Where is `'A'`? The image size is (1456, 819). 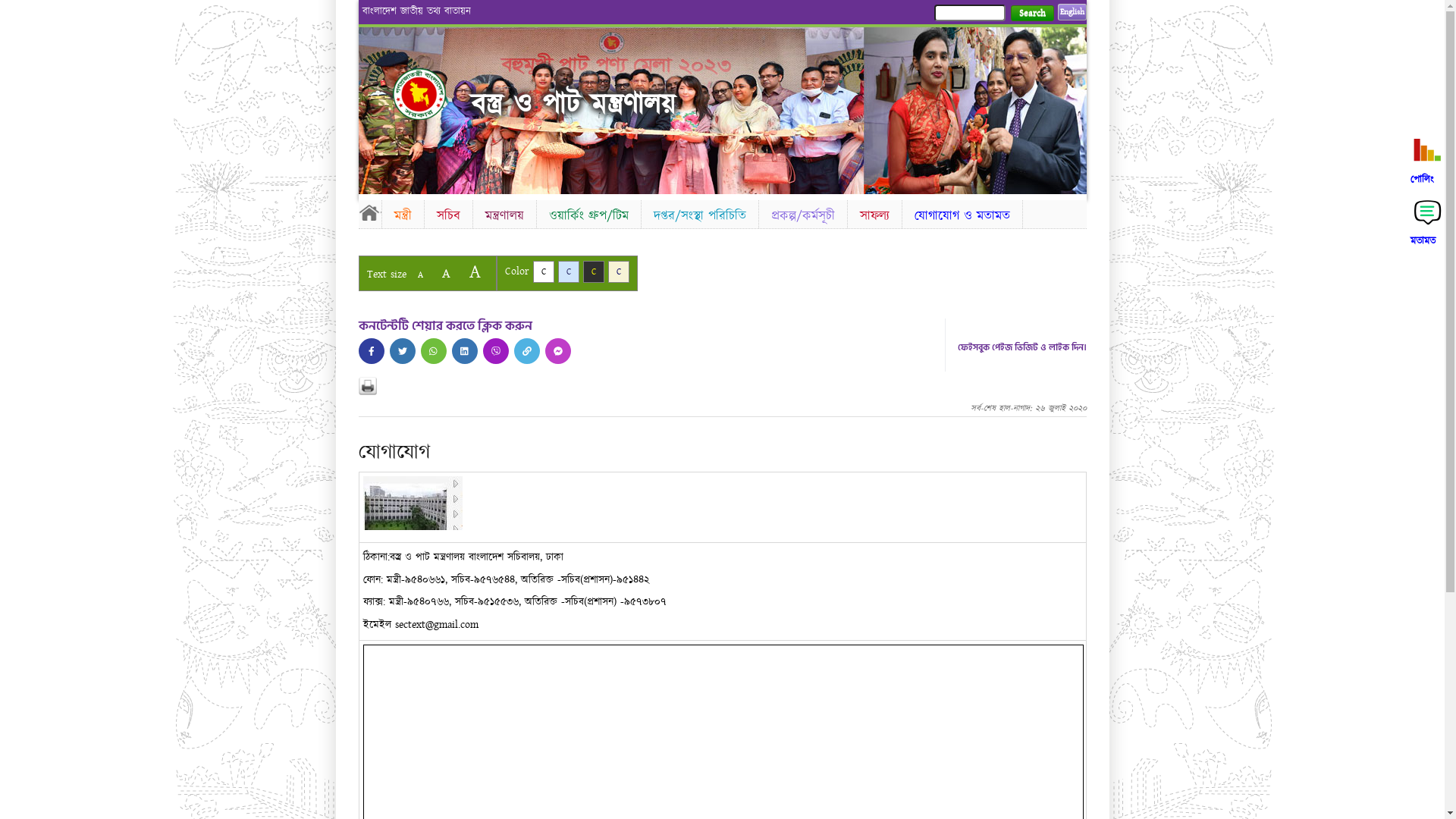 'A' is located at coordinates (419, 275).